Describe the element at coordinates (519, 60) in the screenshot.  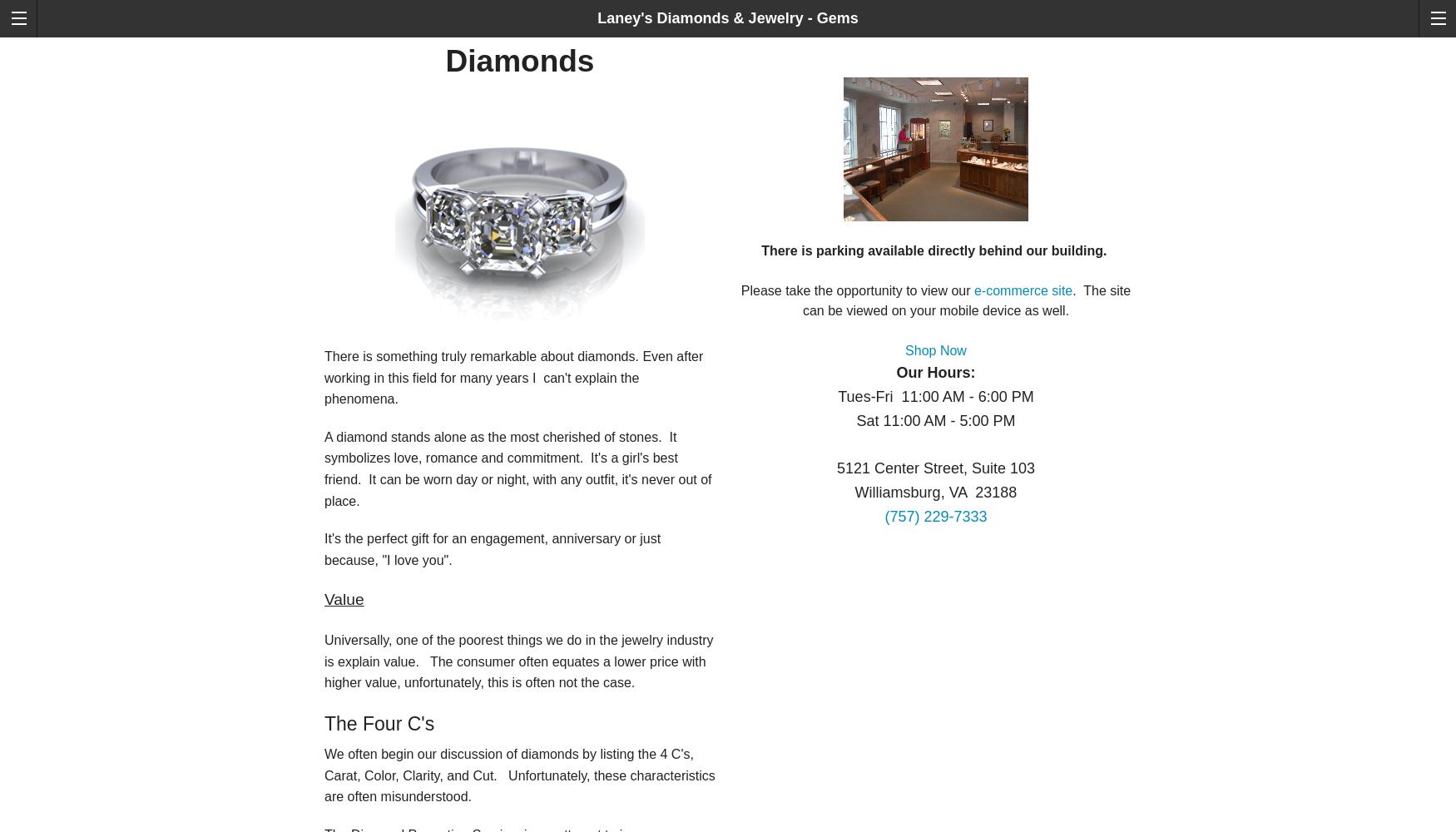
I see `'Diamonds'` at that location.